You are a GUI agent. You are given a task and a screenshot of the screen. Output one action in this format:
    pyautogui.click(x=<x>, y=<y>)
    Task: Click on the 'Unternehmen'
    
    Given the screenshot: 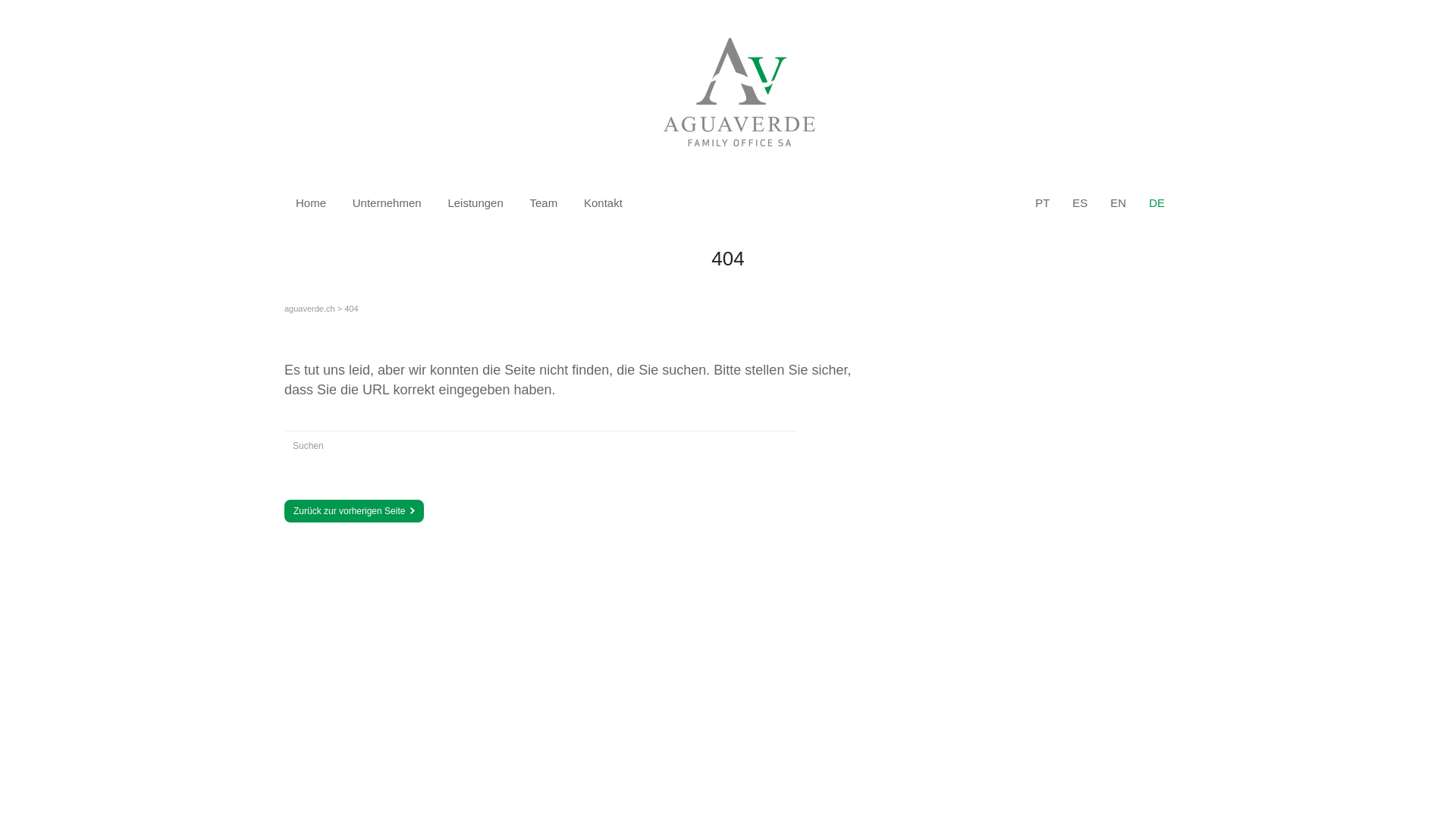 What is the action you would take?
    pyautogui.click(x=387, y=202)
    